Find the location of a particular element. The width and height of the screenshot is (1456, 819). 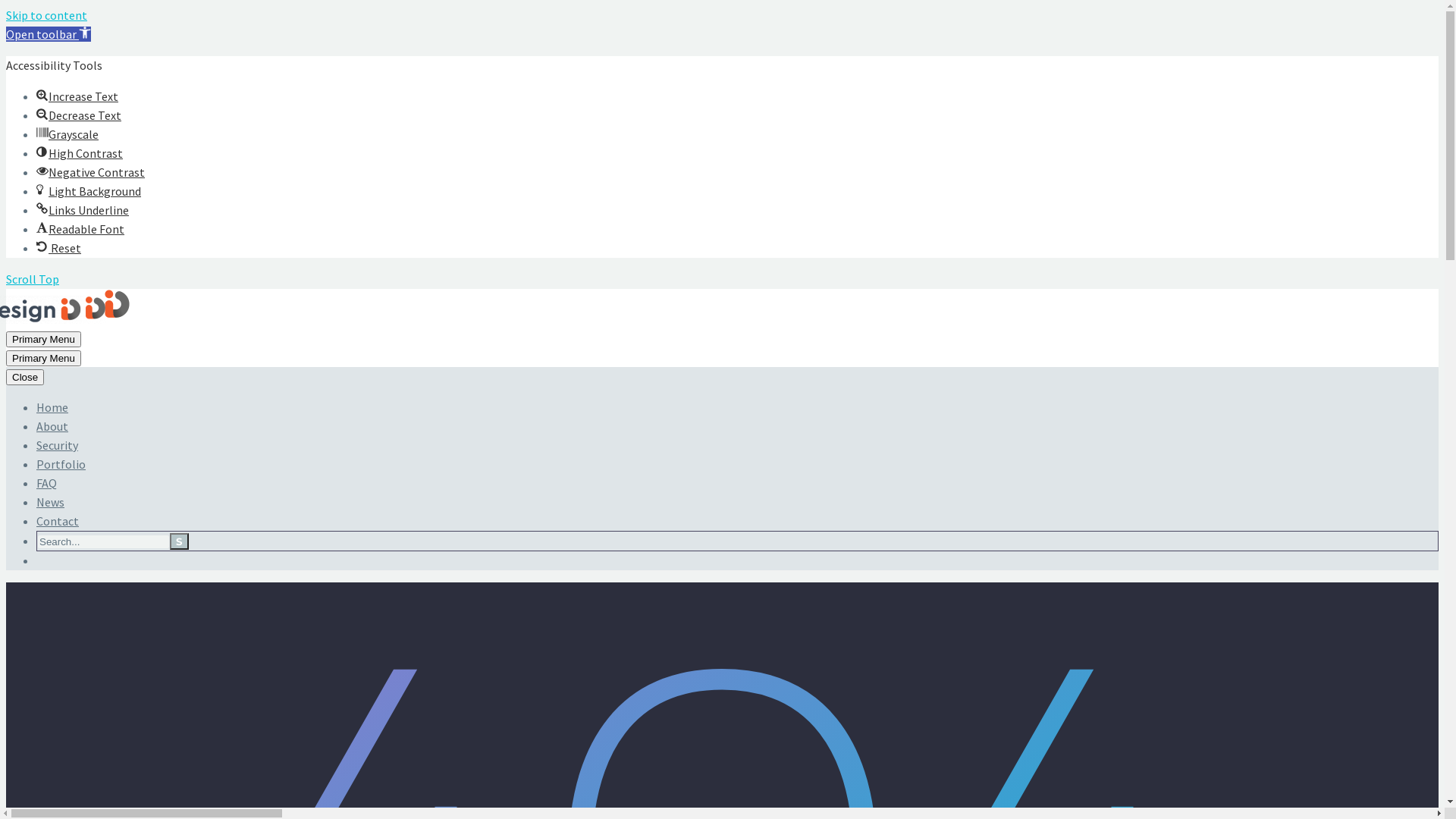

'Scroll Top' is located at coordinates (33, 278).